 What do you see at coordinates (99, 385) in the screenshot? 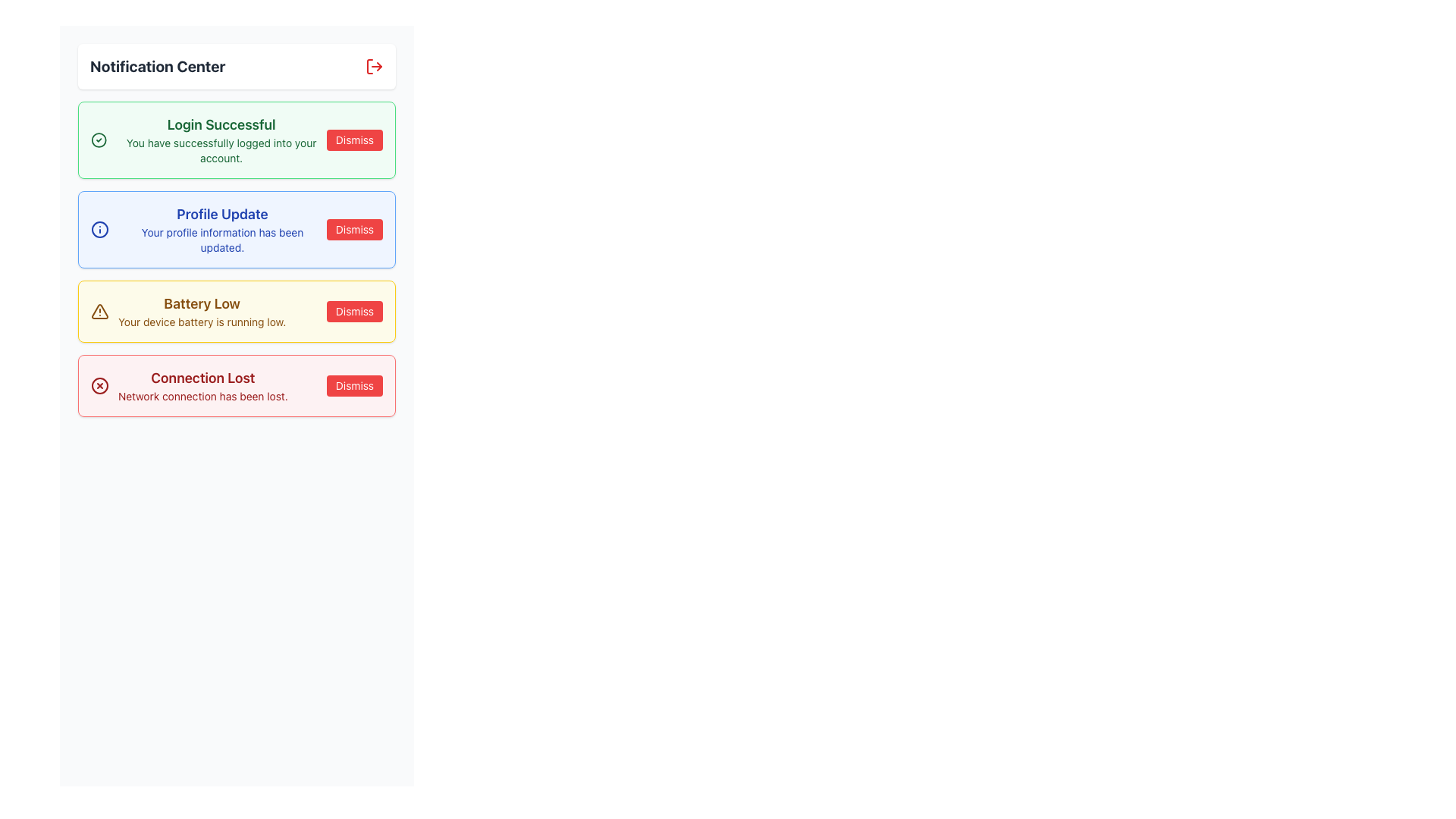
I see `the red circular icon with an 'X' symbol located at the leftmost side of the 'Connection Lost' notification alert box` at bounding box center [99, 385].